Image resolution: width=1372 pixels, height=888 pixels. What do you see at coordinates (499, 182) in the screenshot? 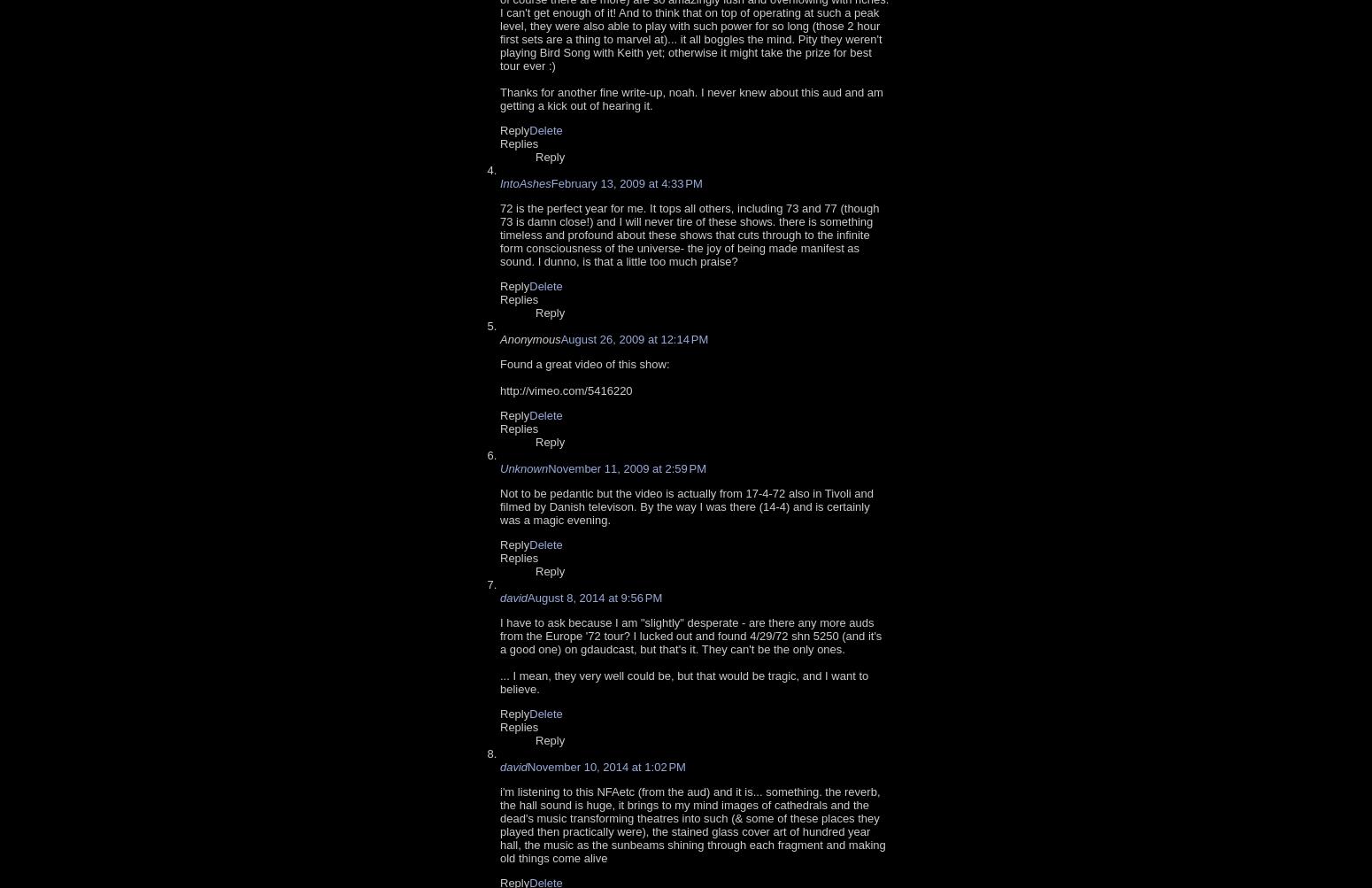
I see `'IntoAshes'` at bounding box center [499, 182].